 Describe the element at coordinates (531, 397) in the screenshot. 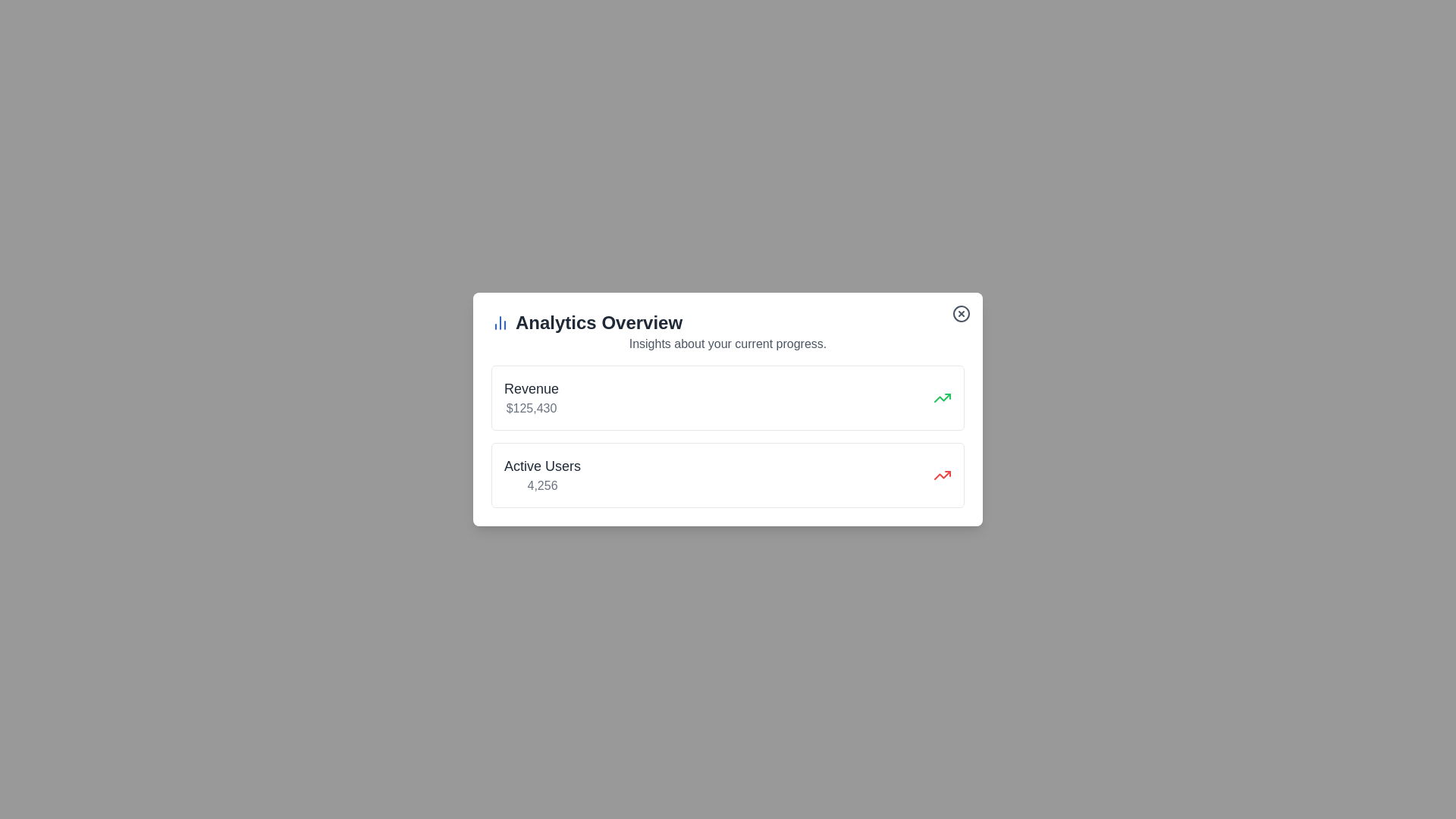

I see `the text display element that shows 'Revenue' in a larger, bold font and '$125,430' in a smaller, gray font, located at the upper-left corner of its containing card` at that location.